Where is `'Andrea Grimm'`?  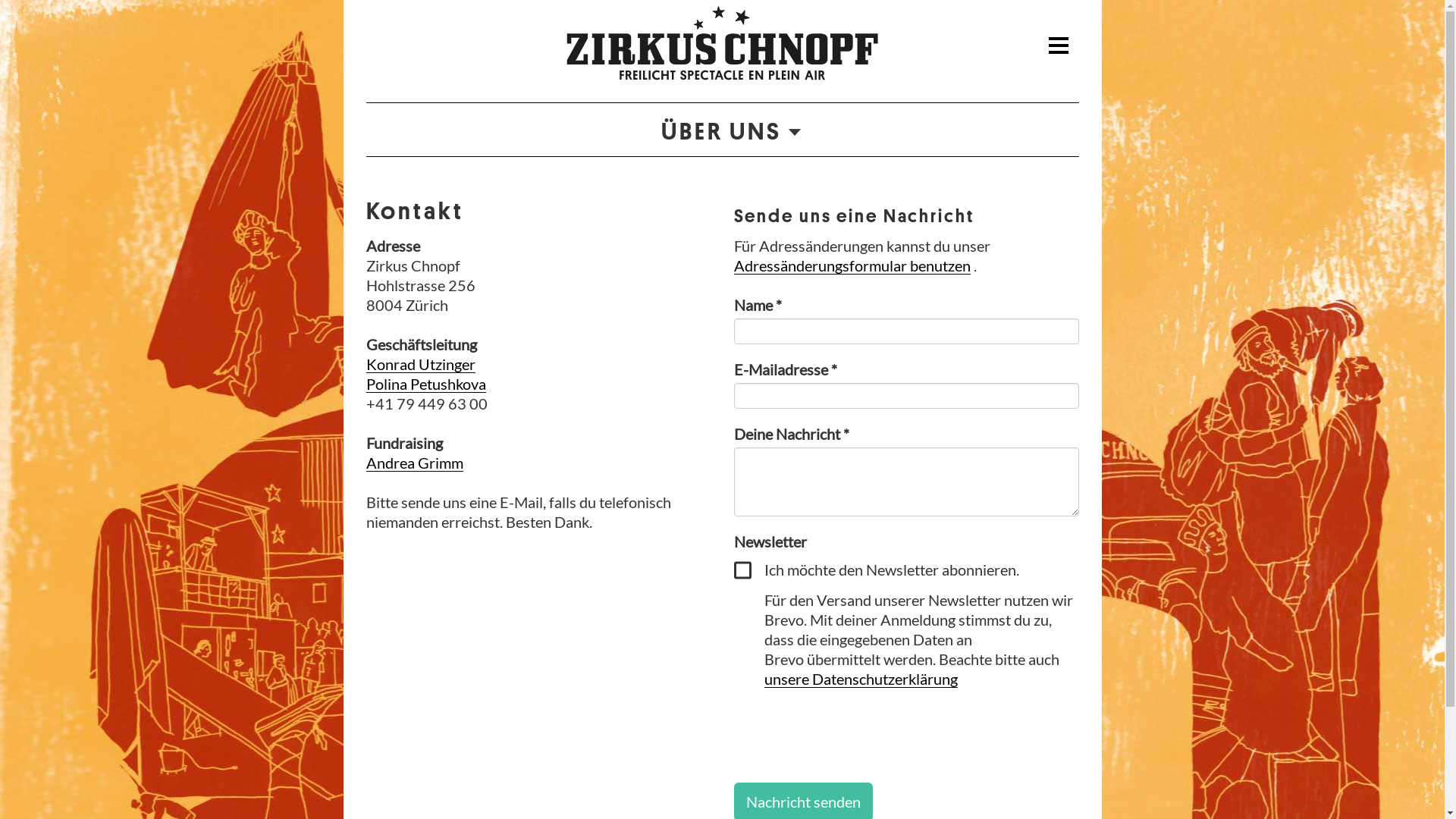 'Andrea Grimm' is located at coordinates (414, 461).